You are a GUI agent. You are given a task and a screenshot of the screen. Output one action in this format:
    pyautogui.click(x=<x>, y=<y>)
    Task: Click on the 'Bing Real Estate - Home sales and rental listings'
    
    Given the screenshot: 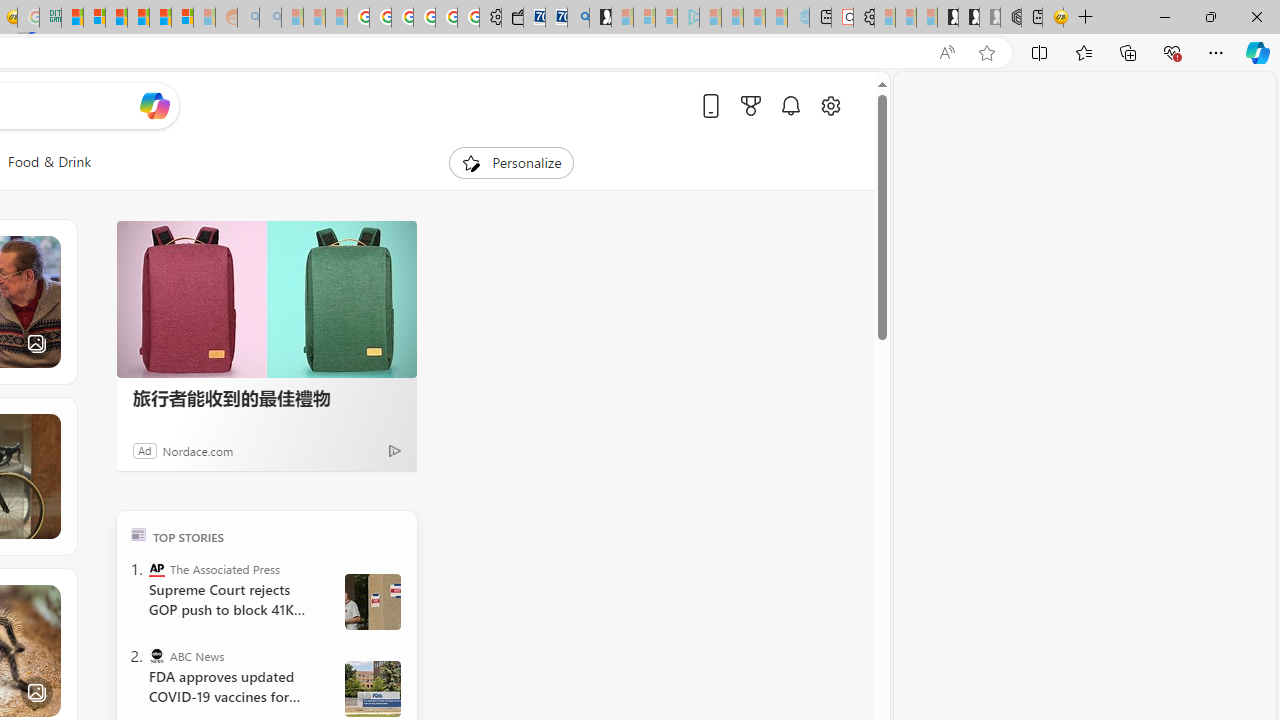 What is the action you would take?
    pyautogui.click(x=577, y=17)
    